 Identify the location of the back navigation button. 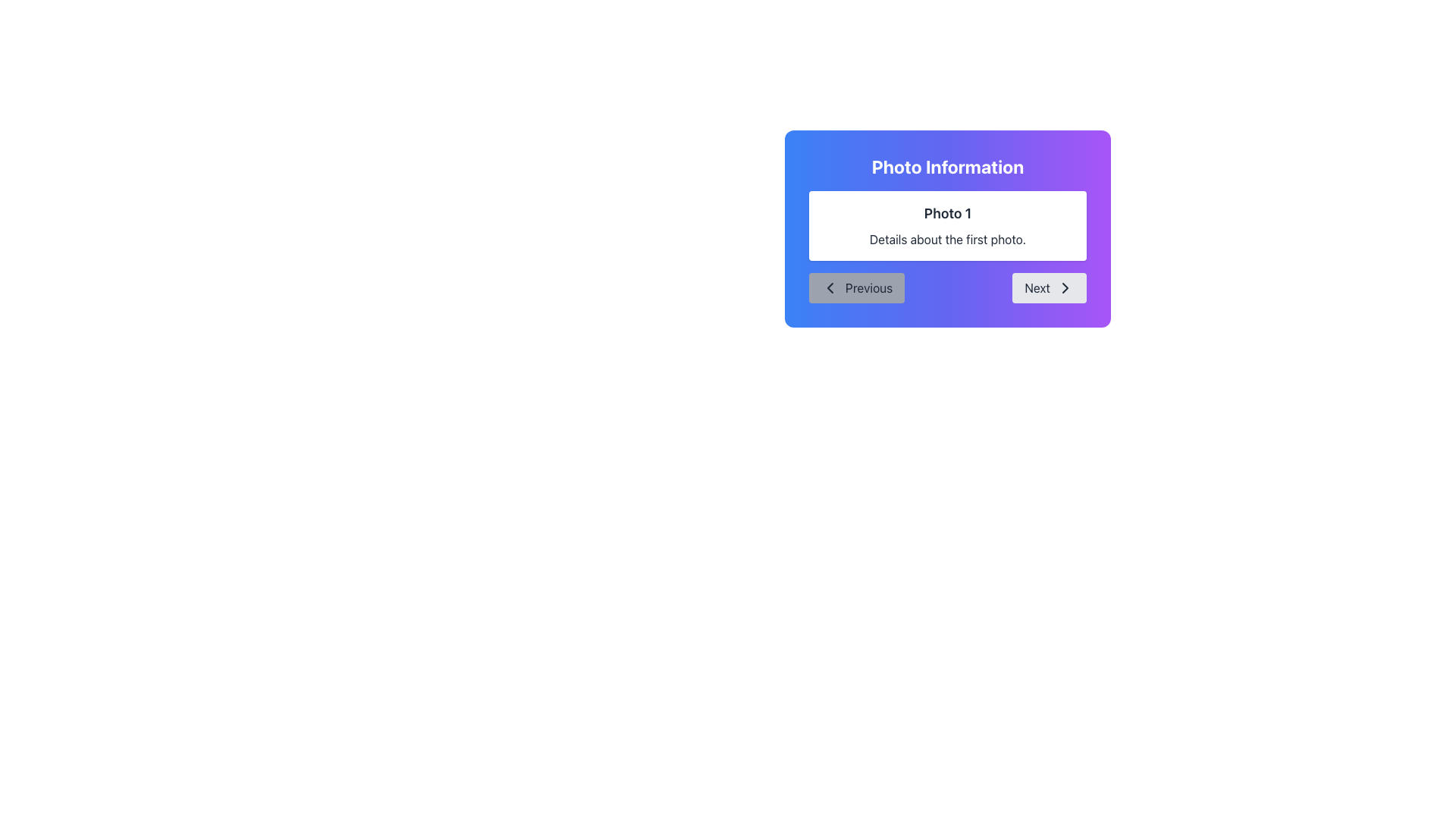
(856, 288).